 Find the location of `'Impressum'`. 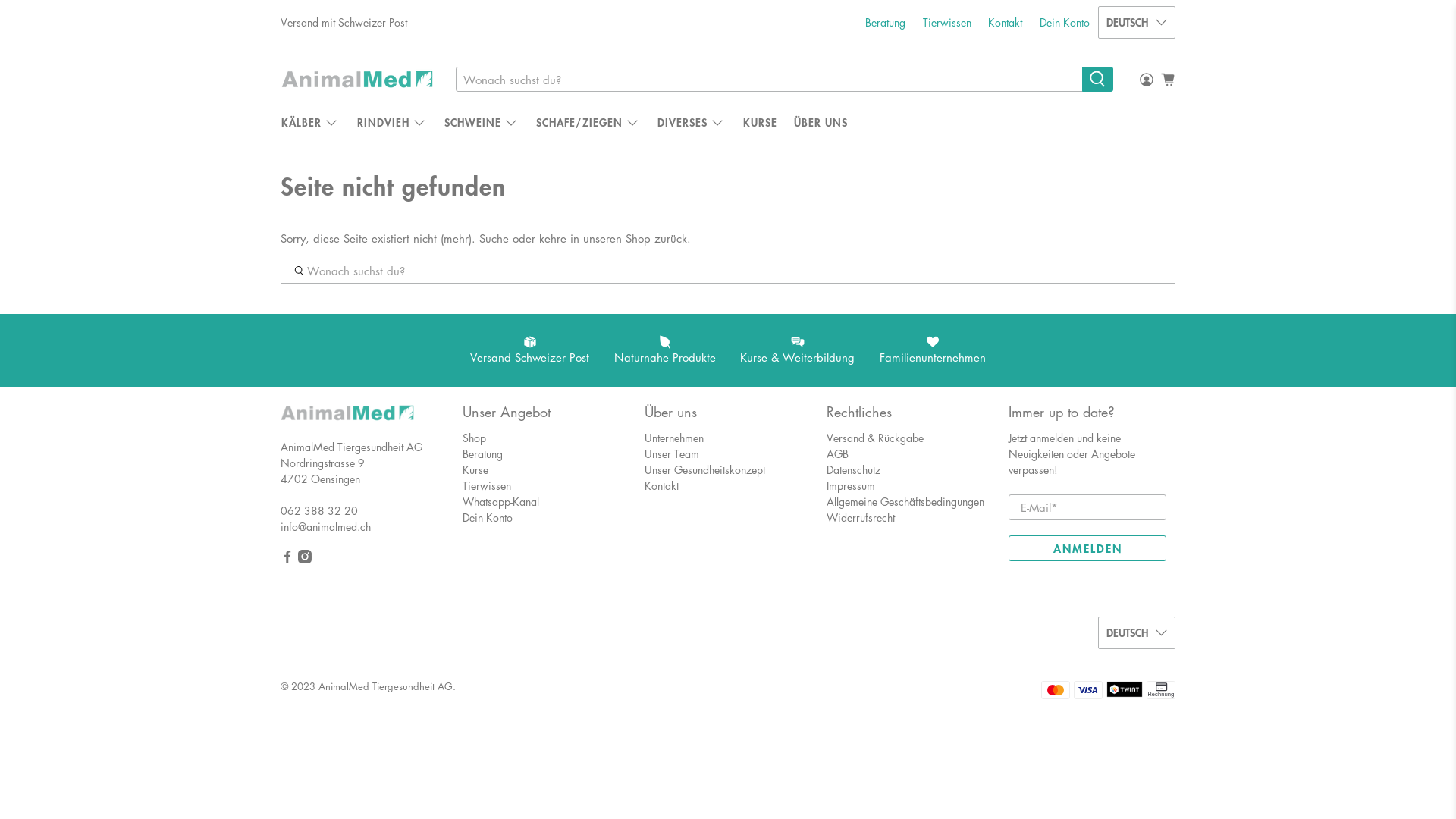

'Impressum' is located at coordinates (825, 485).